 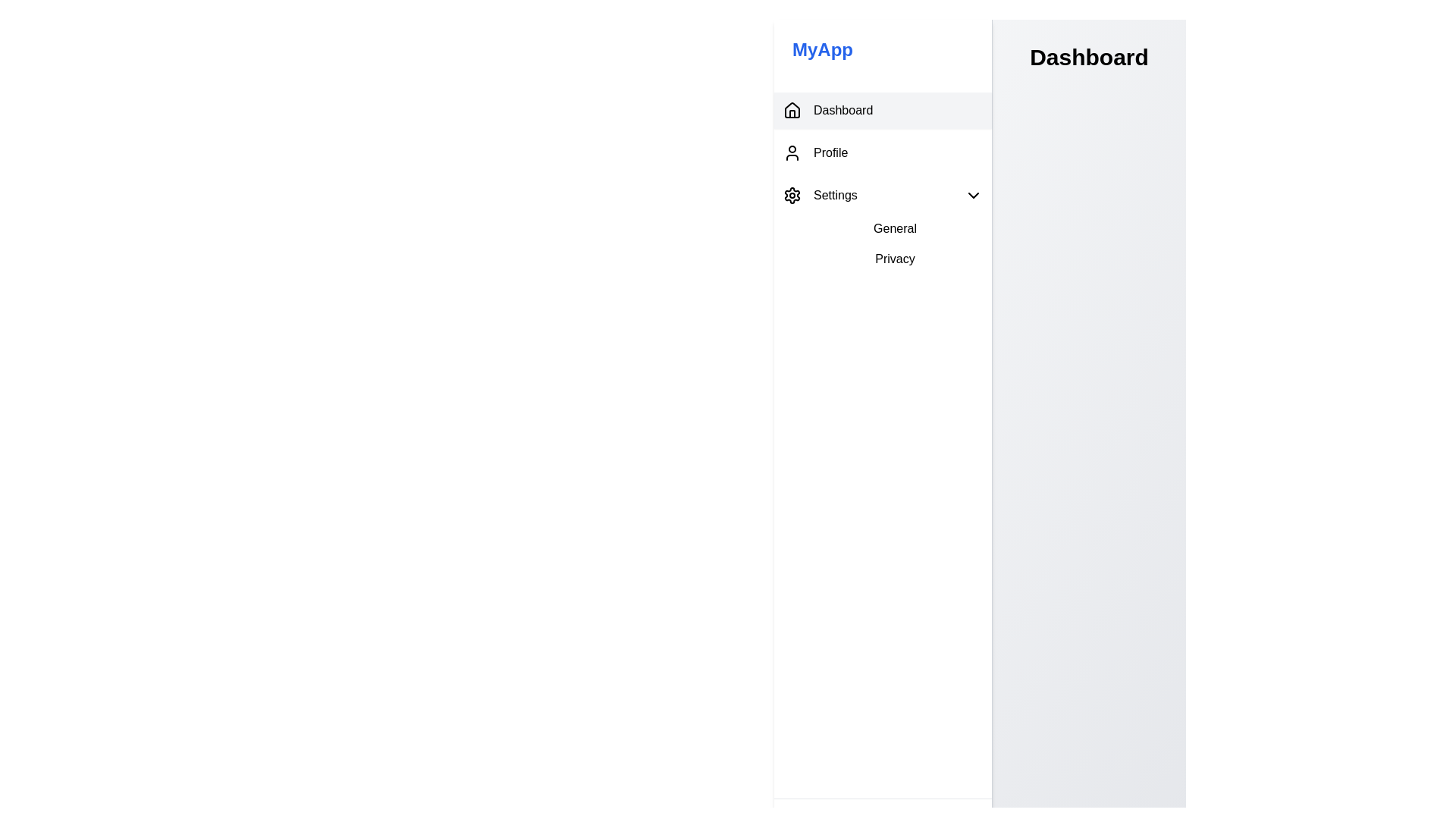 What do you see at coordinates (821, 49) in the screenshot?
I see `the 'MyApp' text label element, which is a blue, bold, large font label prominently displaying the application's branding at the top-left corner of the interface` at bounding box center [821, 49].